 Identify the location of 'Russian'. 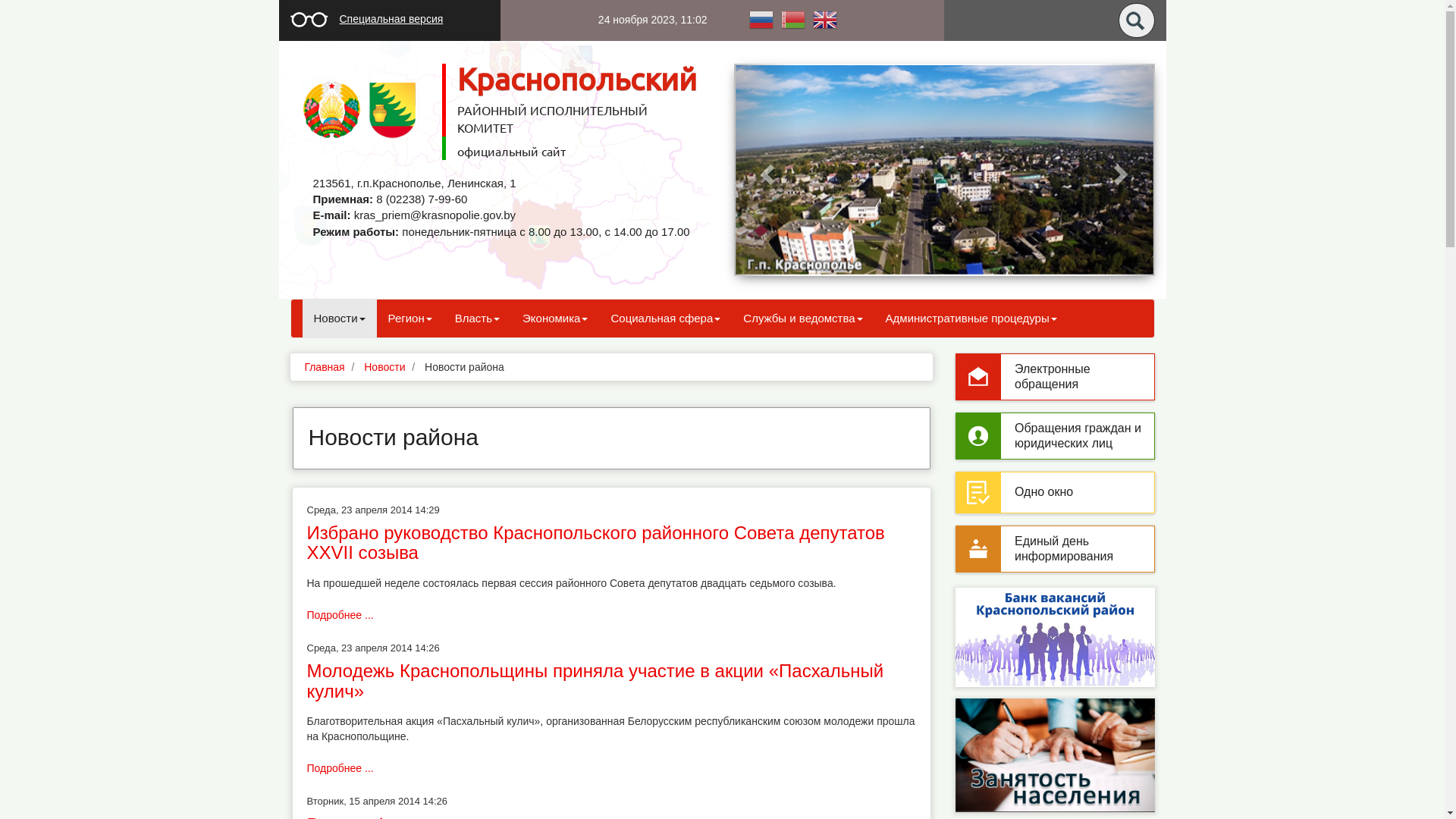
(745, 18).